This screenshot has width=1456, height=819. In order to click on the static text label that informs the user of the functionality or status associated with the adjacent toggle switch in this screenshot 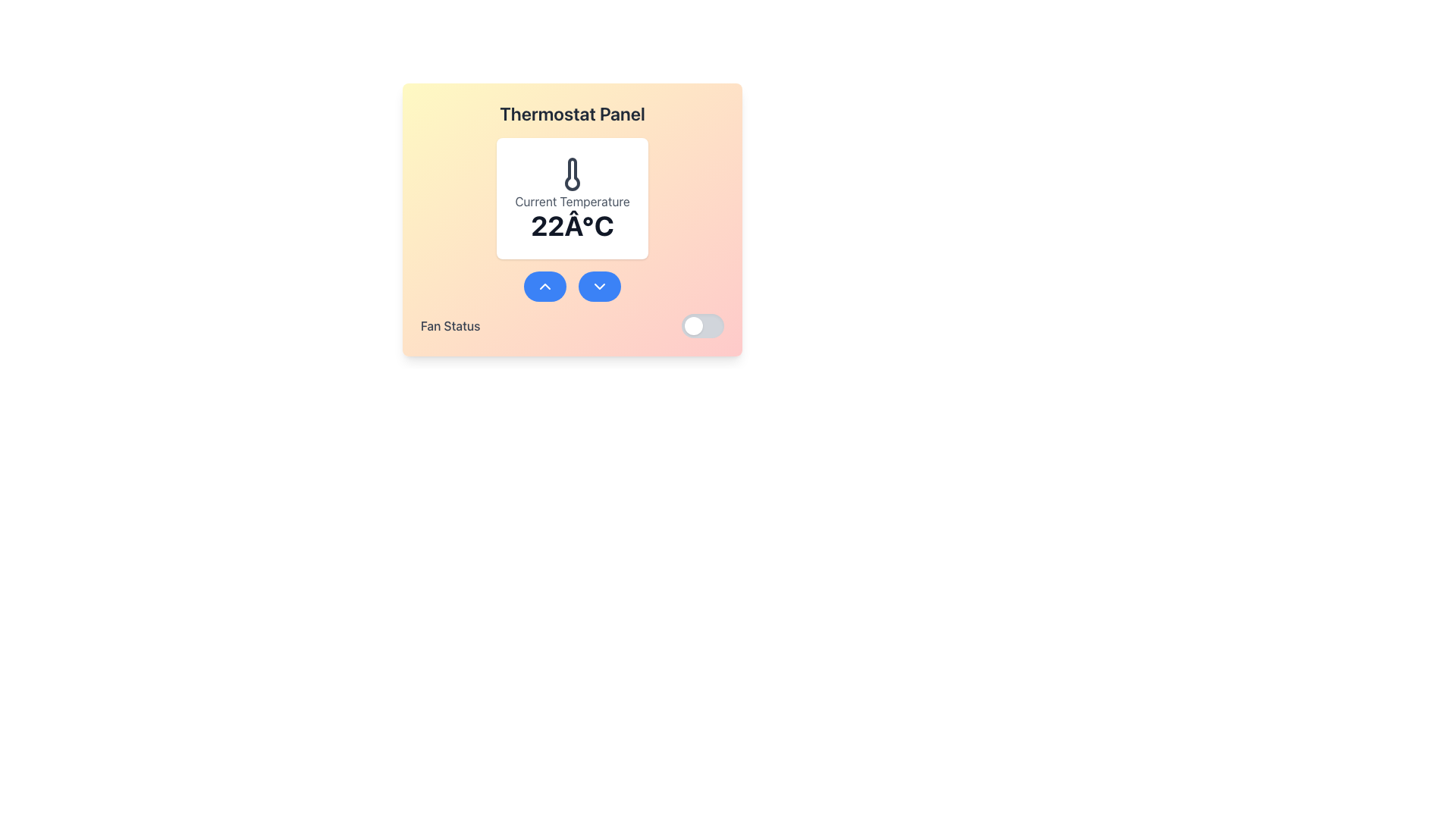, I will do `click(450, 325)`.